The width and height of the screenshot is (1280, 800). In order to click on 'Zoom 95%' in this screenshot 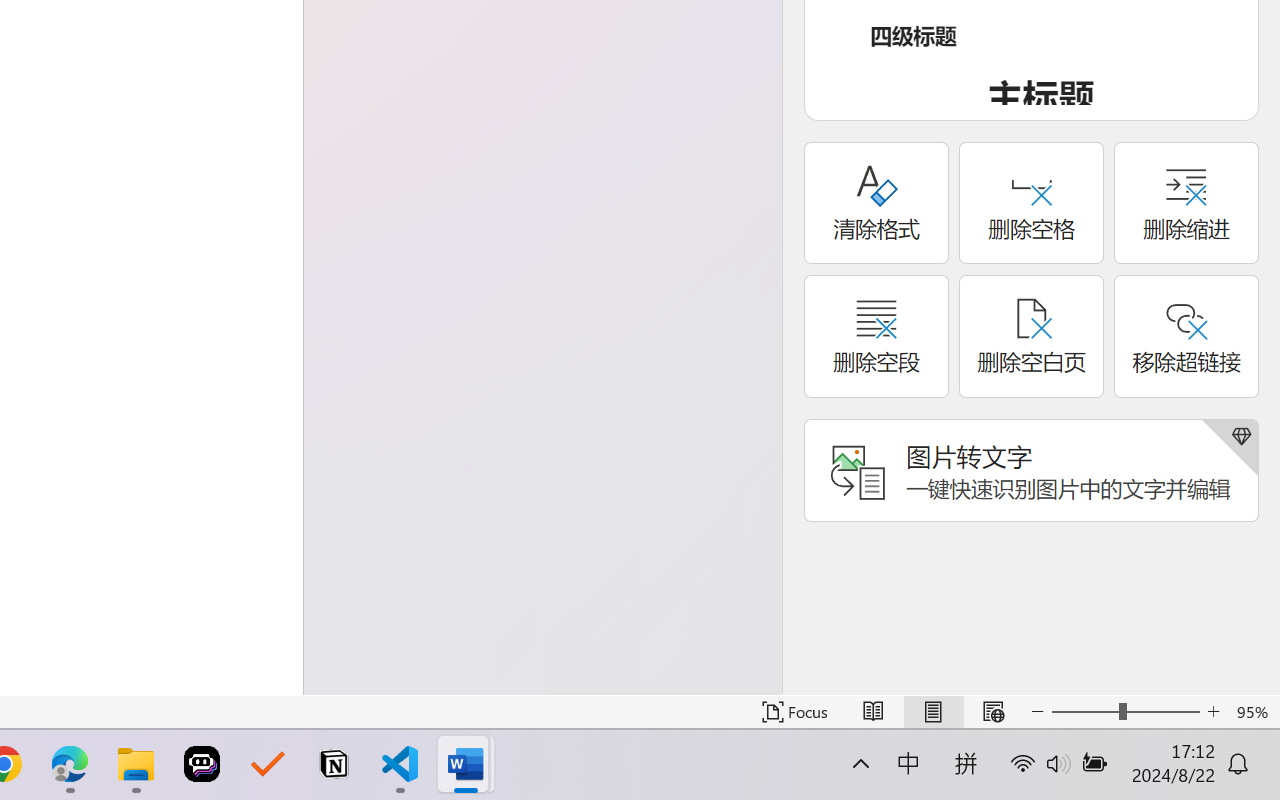, I will do `click(1252, 711)`.